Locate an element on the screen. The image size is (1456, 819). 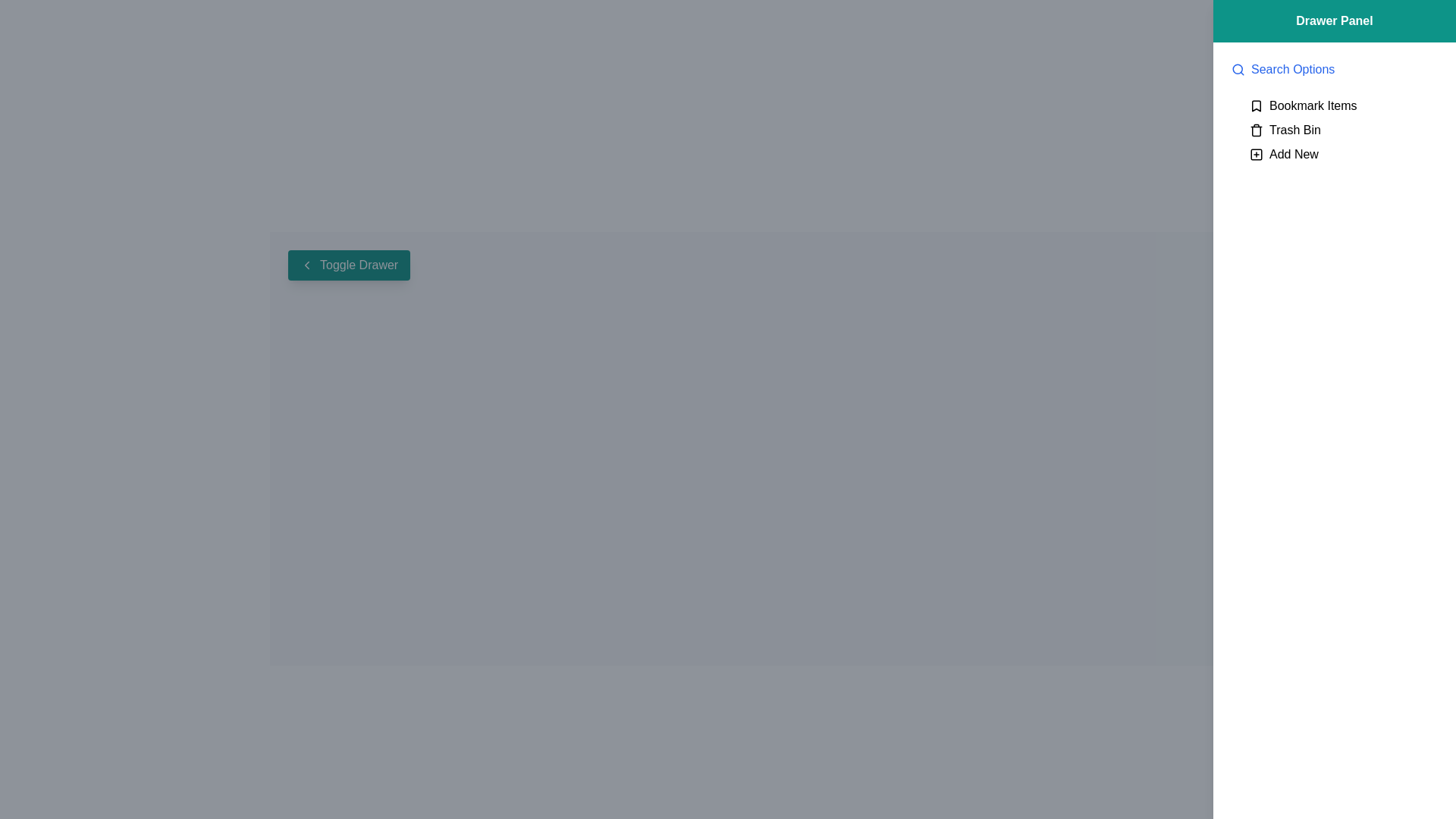
the text label component that indicates the action of toggling a drawer panel is located at coordinates (358, 265).